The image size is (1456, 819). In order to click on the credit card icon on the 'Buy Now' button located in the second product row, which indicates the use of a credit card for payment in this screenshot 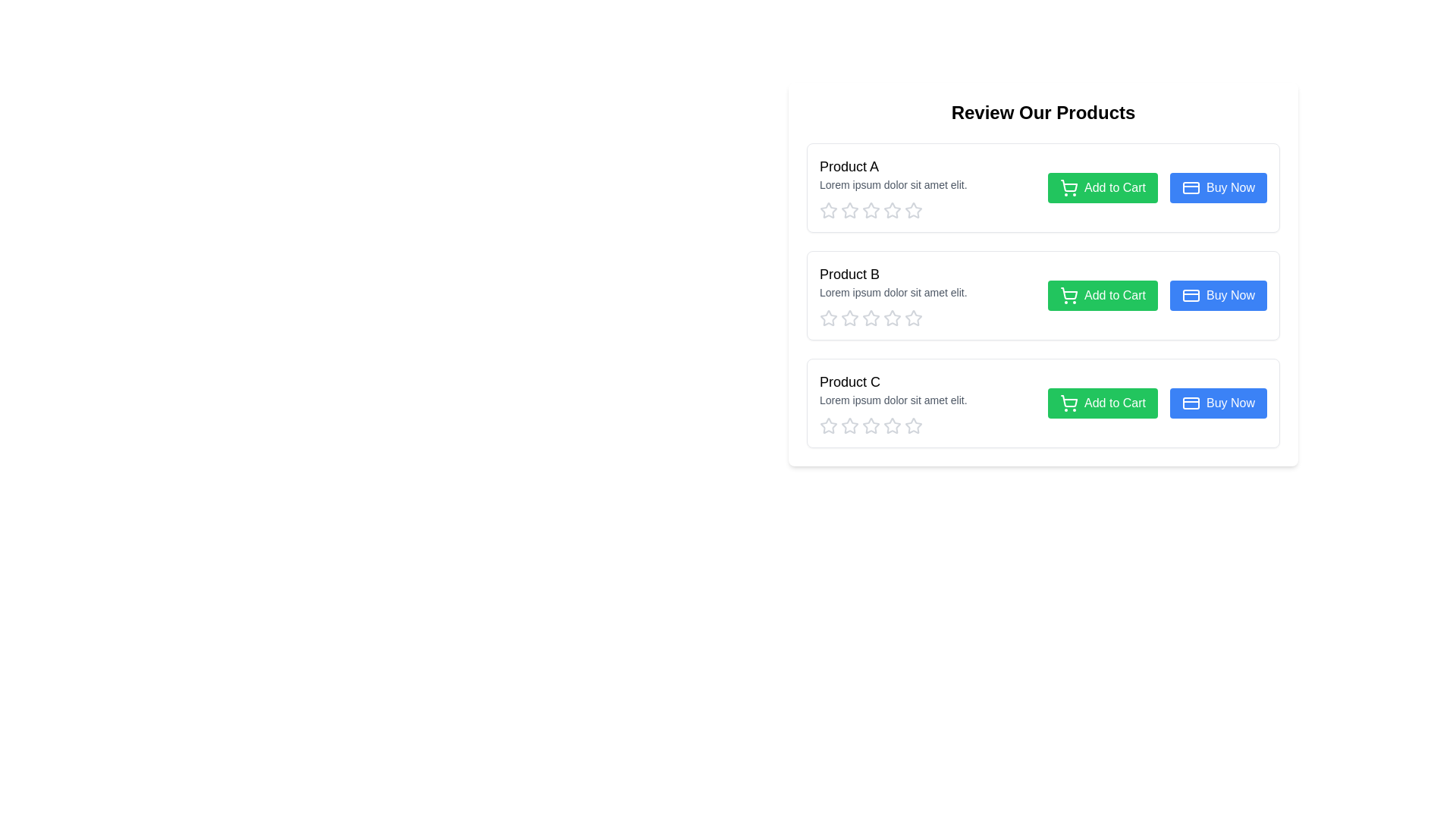, I will do `click(1190, 295)`.